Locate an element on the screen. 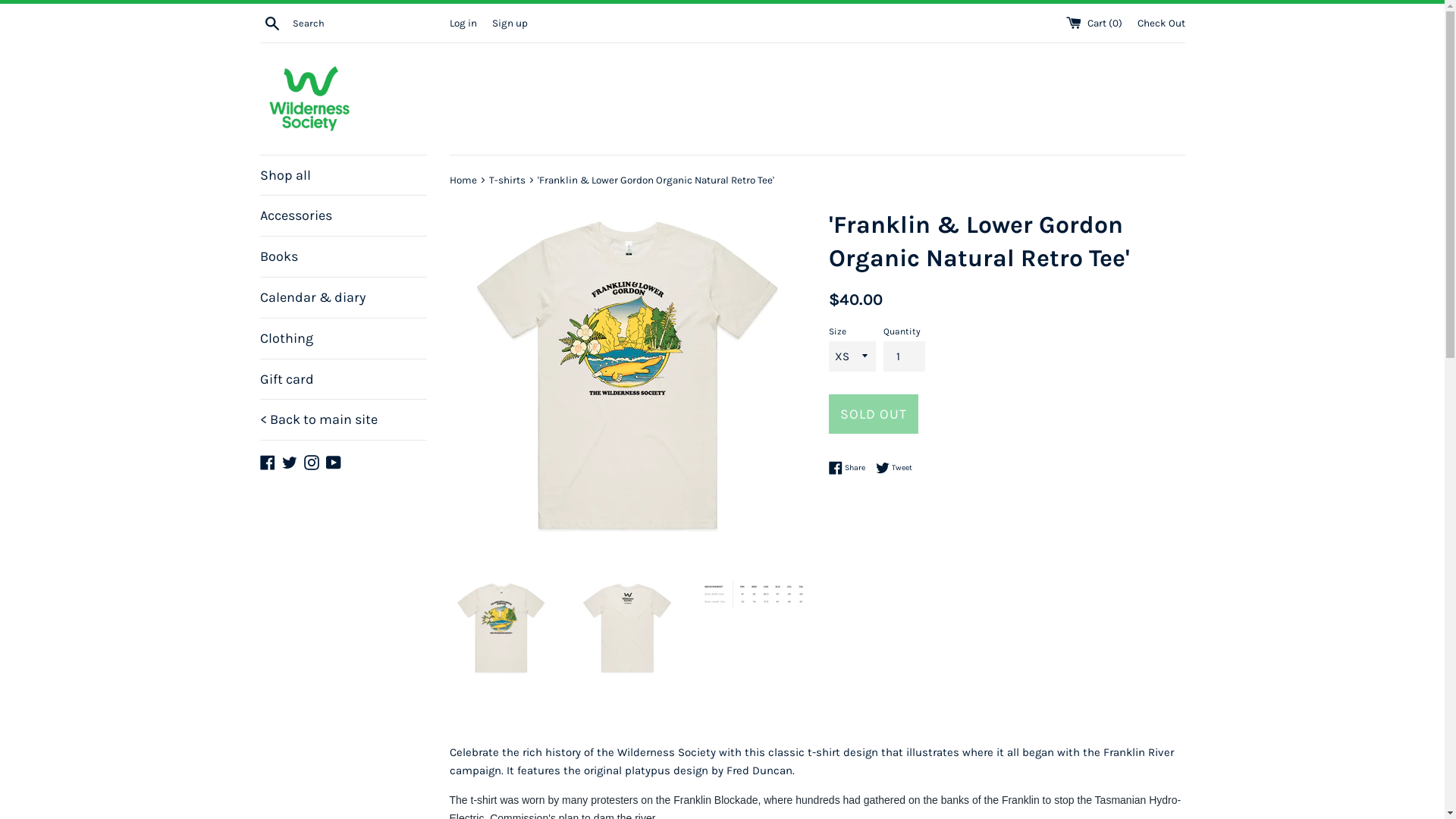 The width and height of the screenshot is (1456, 819). 'Gift card' is located at coordinates (341, 378).